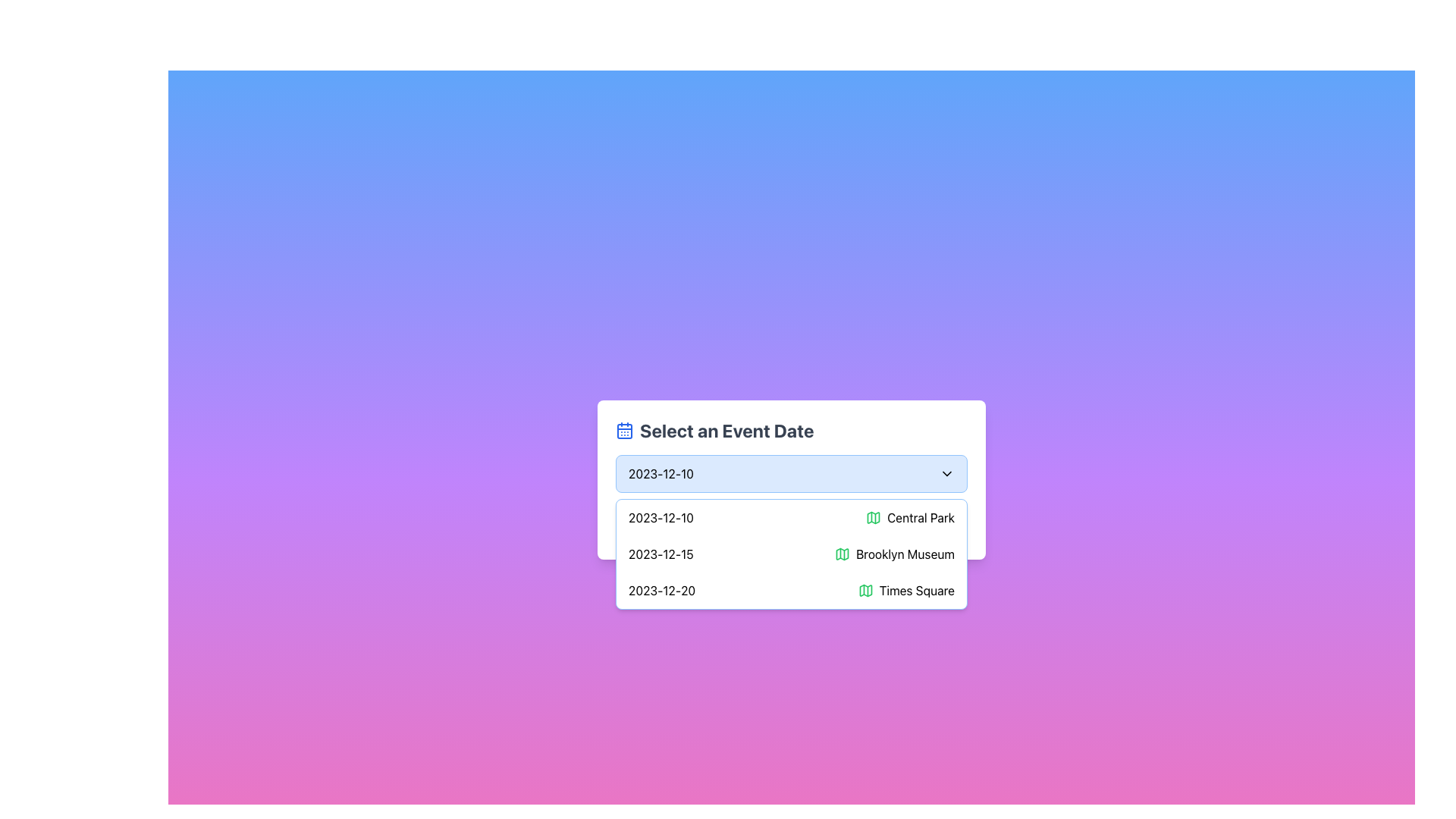 Image resolution: width=1456 pixels, height=819 pixels. I want to click on the label with the green map icon and the text 'Times Square' which is located to the right of '2023-12-20' in the dropdown list of event options, so click(906, 590).